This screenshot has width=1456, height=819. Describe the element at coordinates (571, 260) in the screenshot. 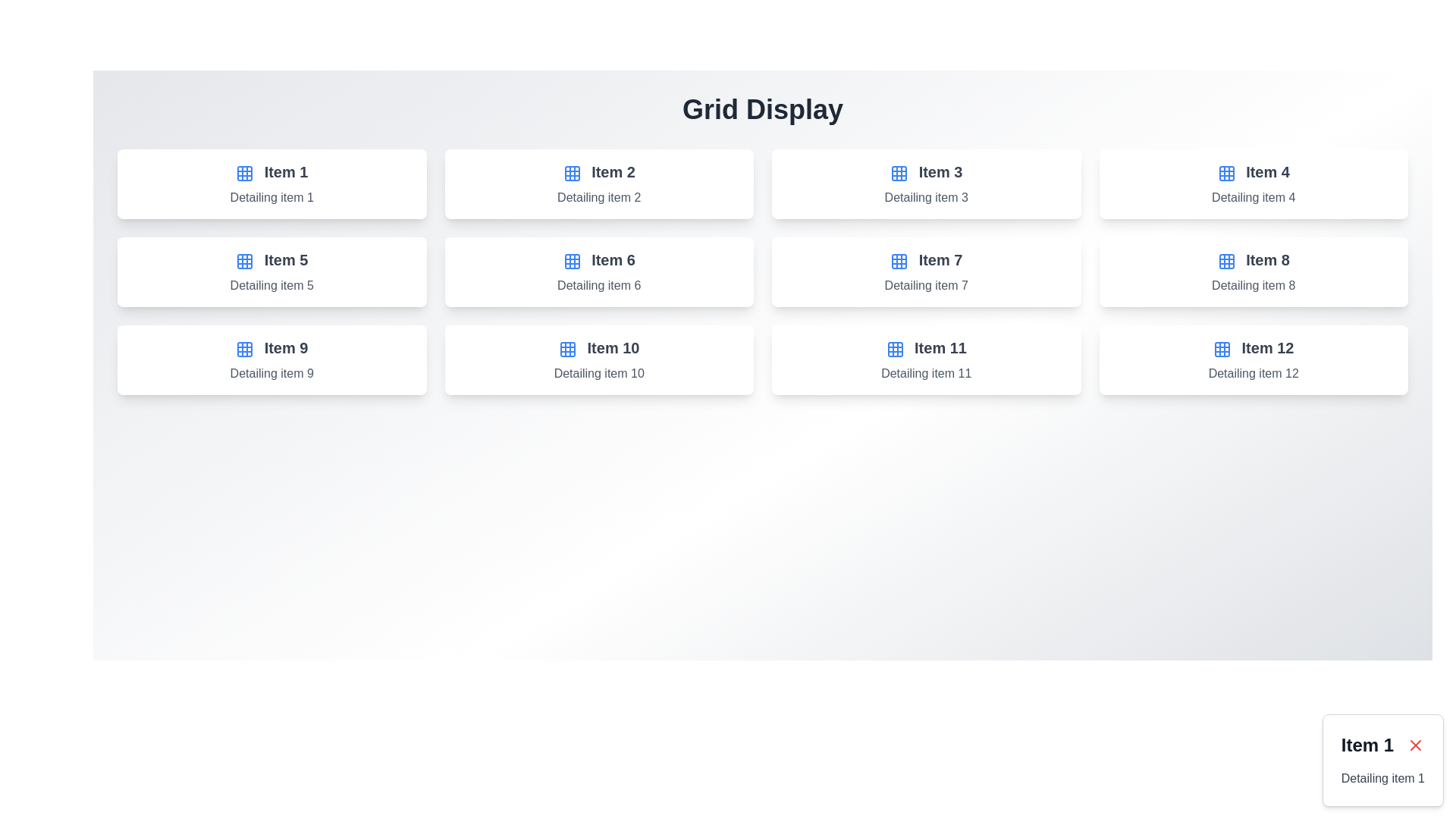

I see `the grid icon located in the second row and second column, which is aligned vertically with 'Item 6'` at that location.